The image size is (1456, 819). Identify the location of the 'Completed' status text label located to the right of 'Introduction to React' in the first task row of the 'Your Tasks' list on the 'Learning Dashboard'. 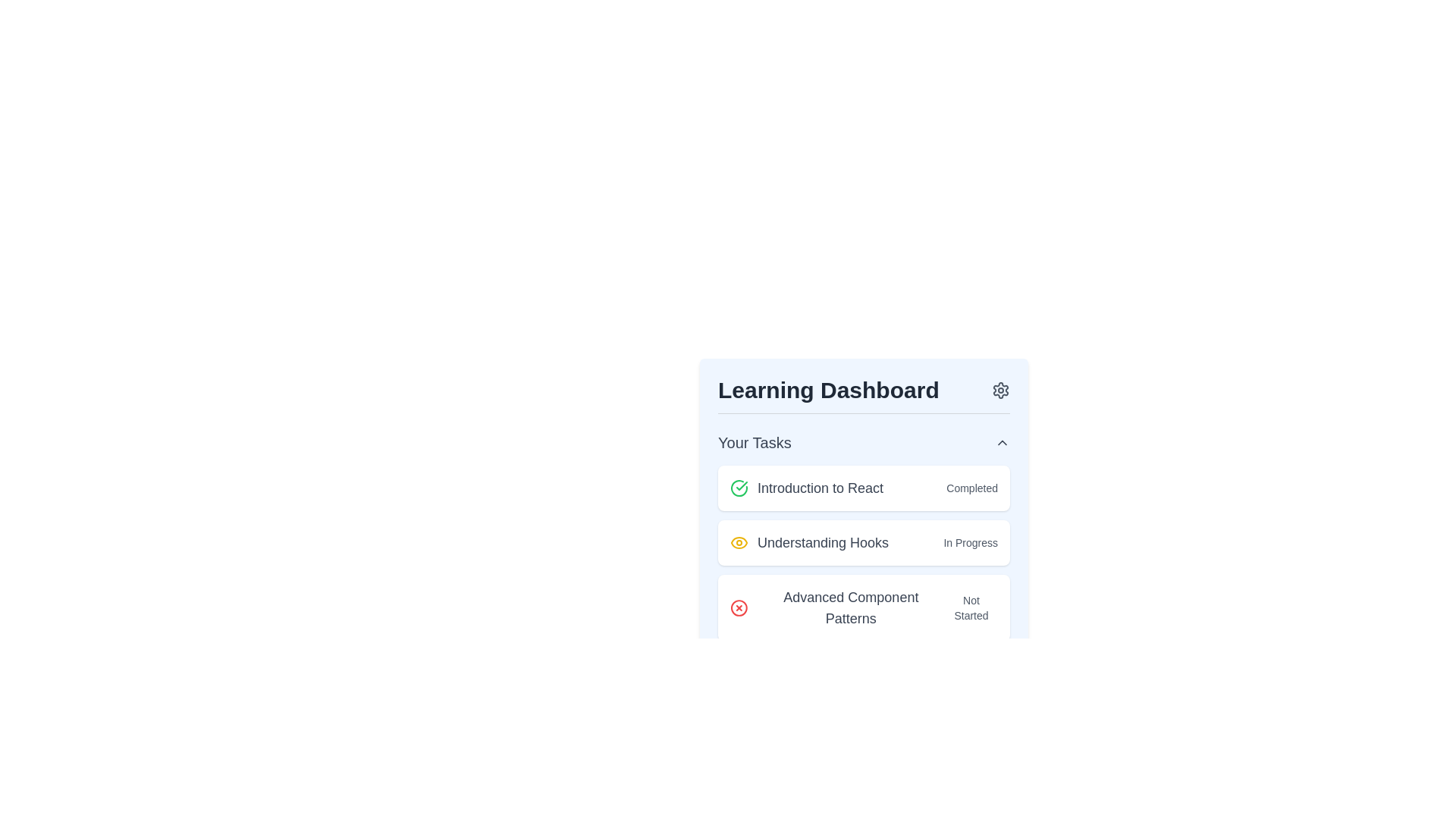
(972, 488).